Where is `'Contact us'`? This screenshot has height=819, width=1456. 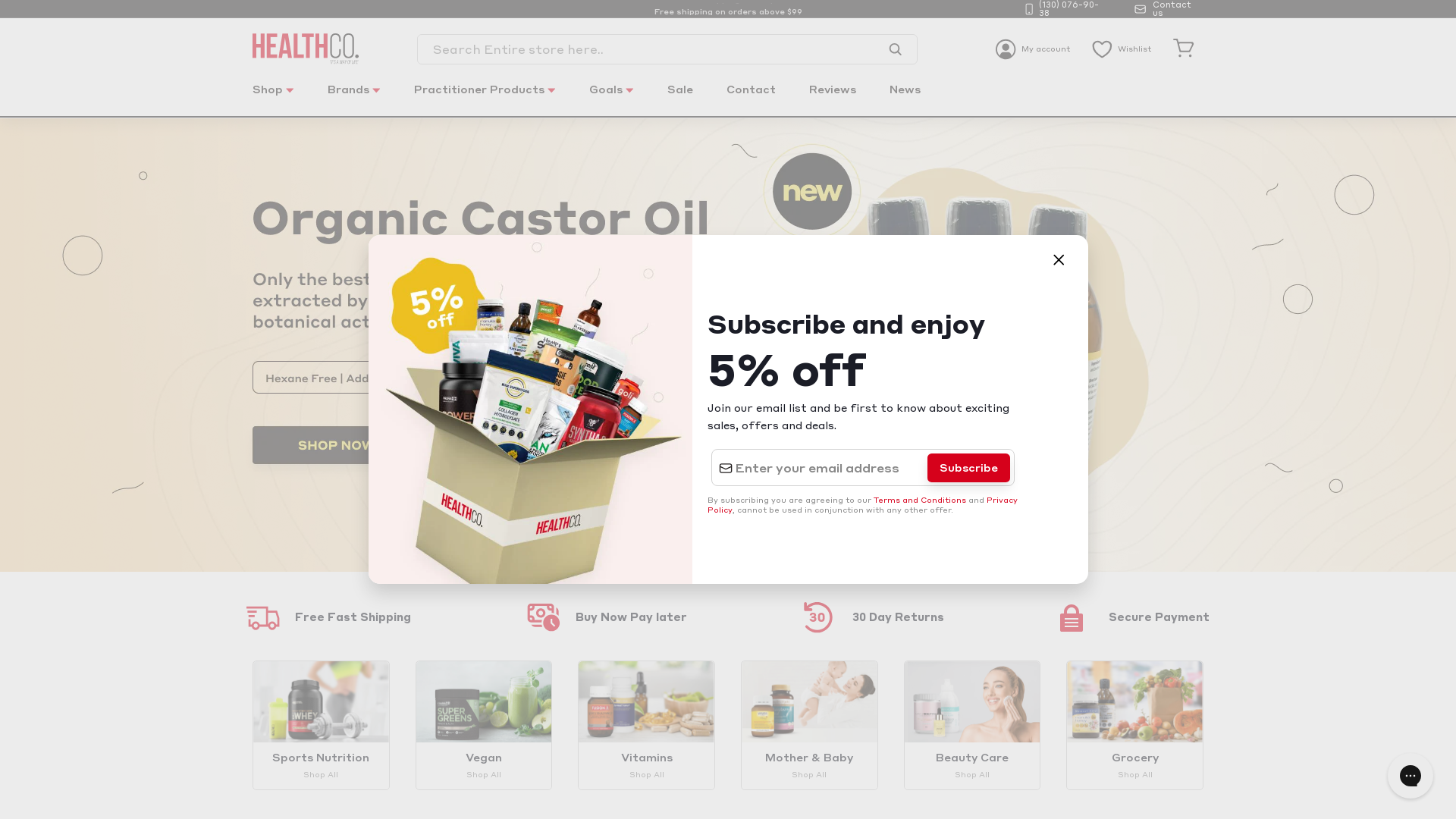 'Contact us' is located at coordinates (1168, 8).